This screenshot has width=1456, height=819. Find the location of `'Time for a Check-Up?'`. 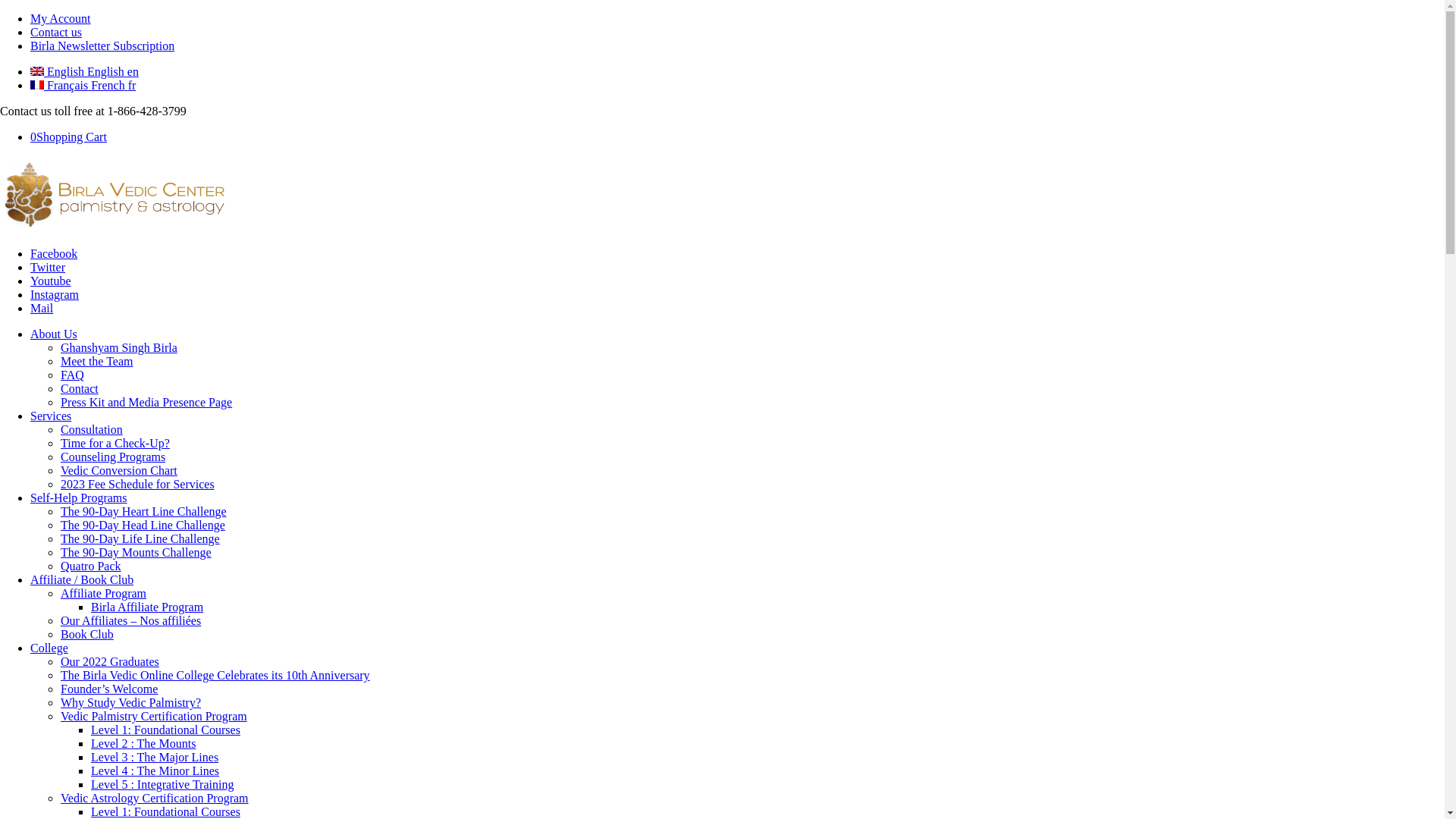

'Time for a Check-Up?' is located at coordinates (115, 443).